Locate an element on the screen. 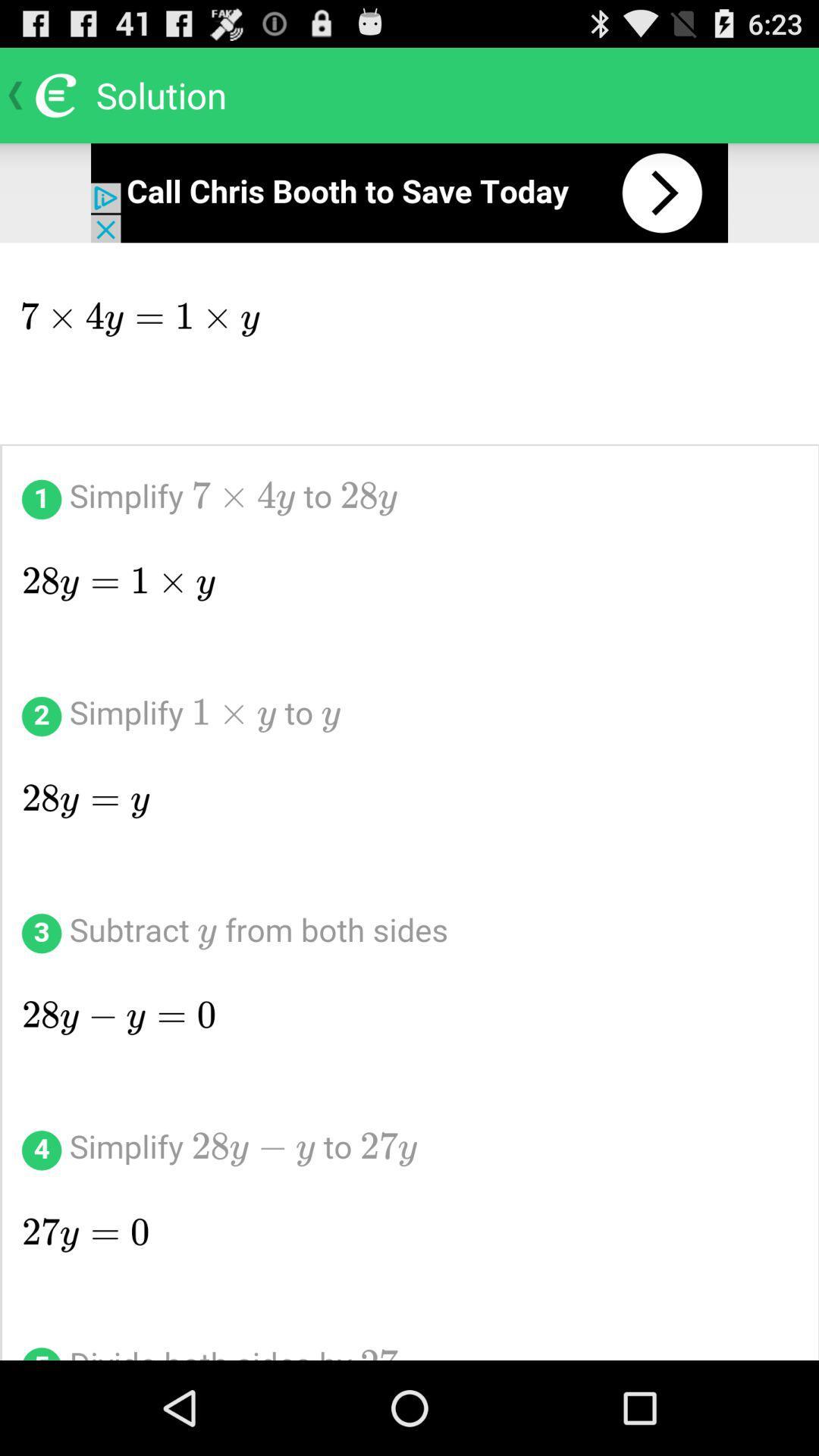 This screenshot has height=1456, width=819. show math equations is located at coordinates (409, 801).